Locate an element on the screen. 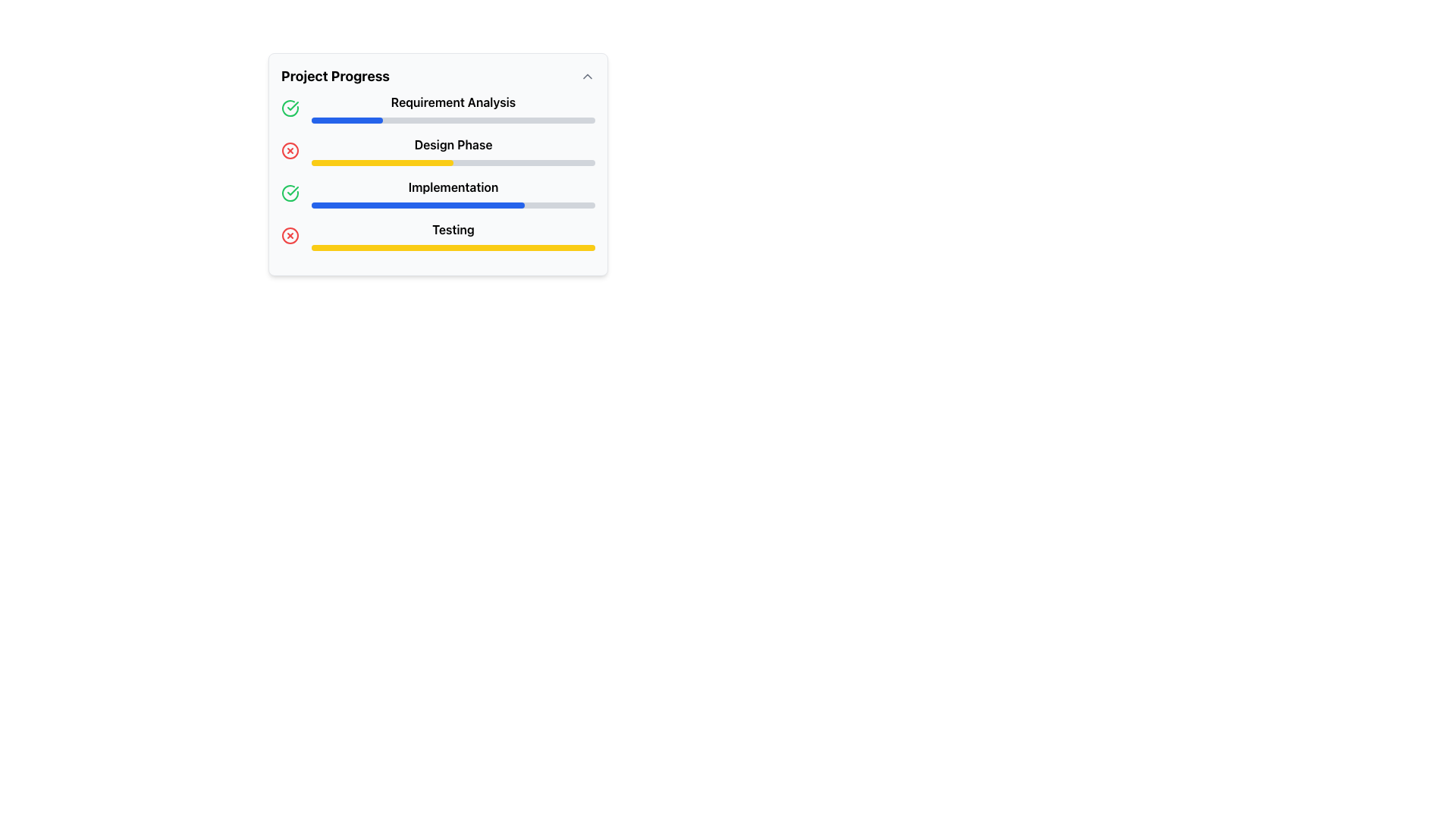 The image size is (1456, 819). the Text Label that serves as a descriptive header for the project-related progress and status, positioned at the leftmost side of the heading area above the content below is located at coordinates (334, 76).